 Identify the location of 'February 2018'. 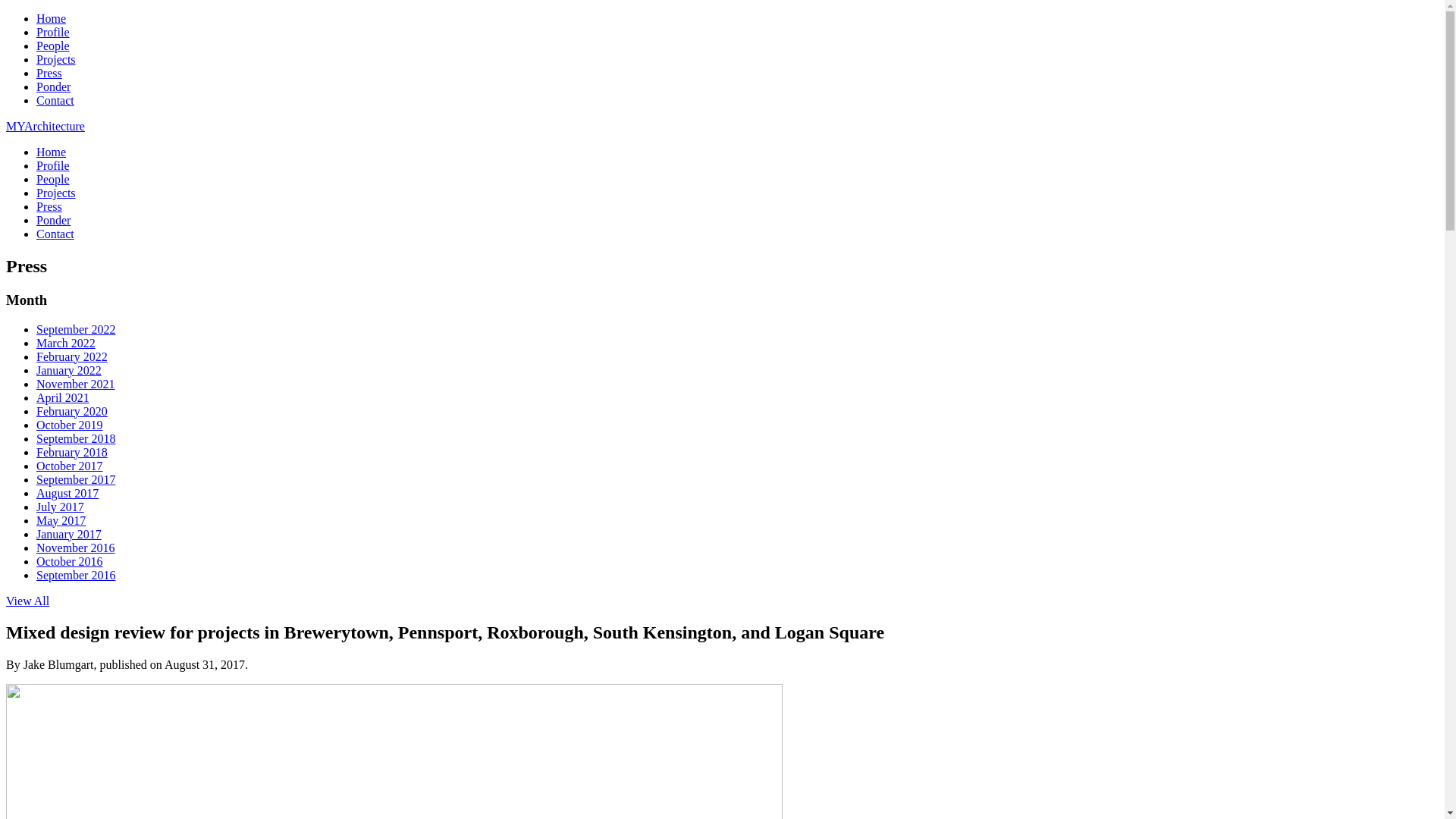
(36, 451).